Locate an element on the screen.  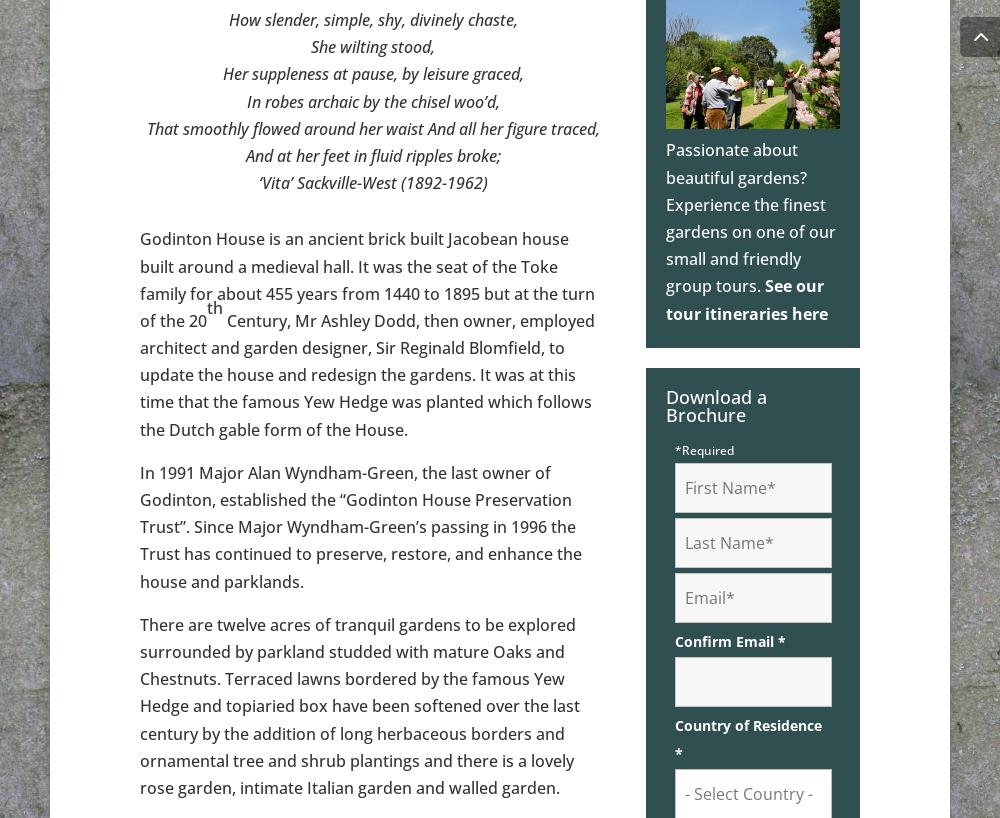
'How slender, simple, shy, divinely chaste,' is located at coordinates (371, 18).